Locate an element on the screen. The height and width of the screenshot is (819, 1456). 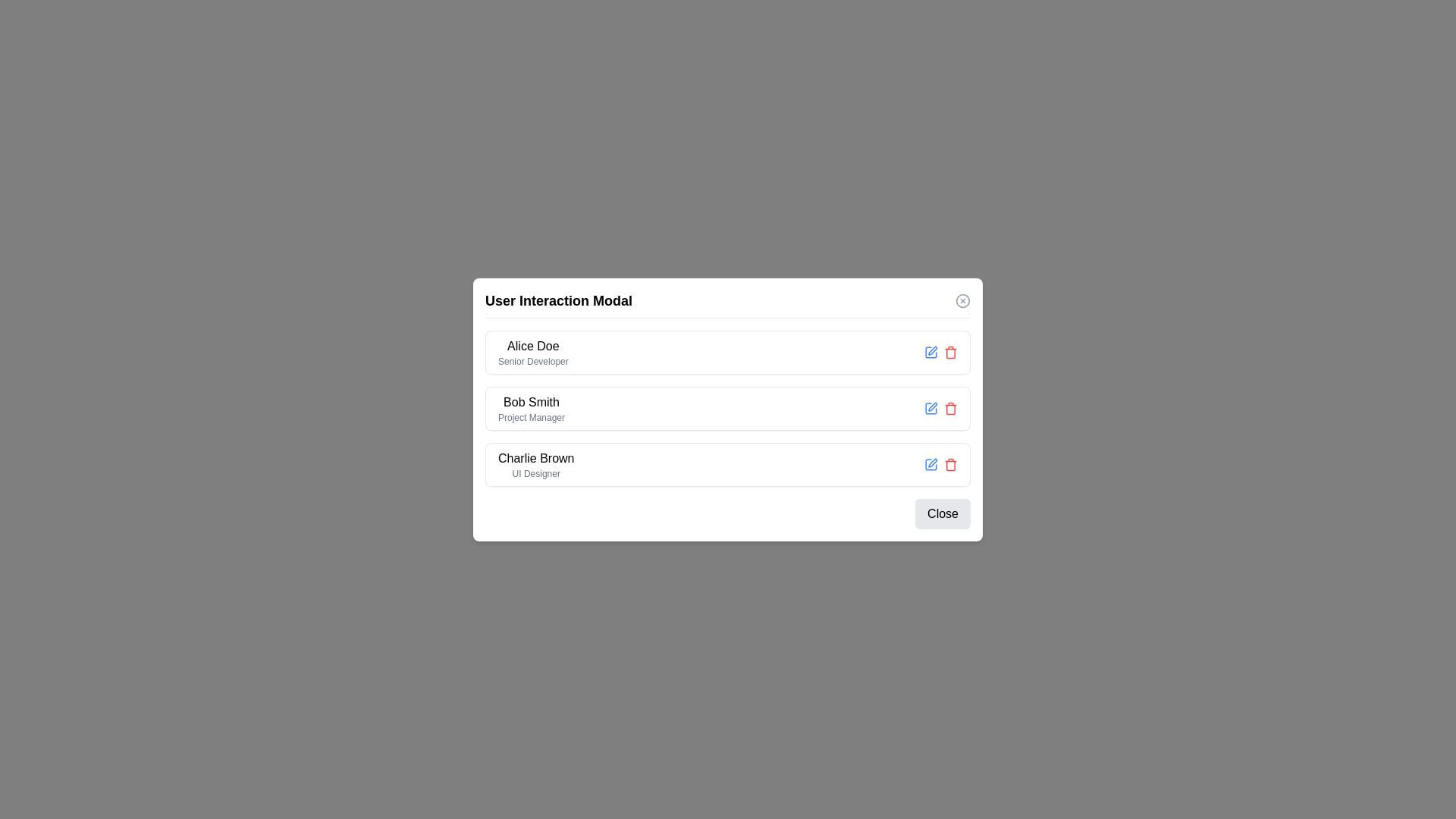
the delete button with an icon located to the right of the row containing 'Charlie Brown - UI Designer' is located at coordinates (949, 463).